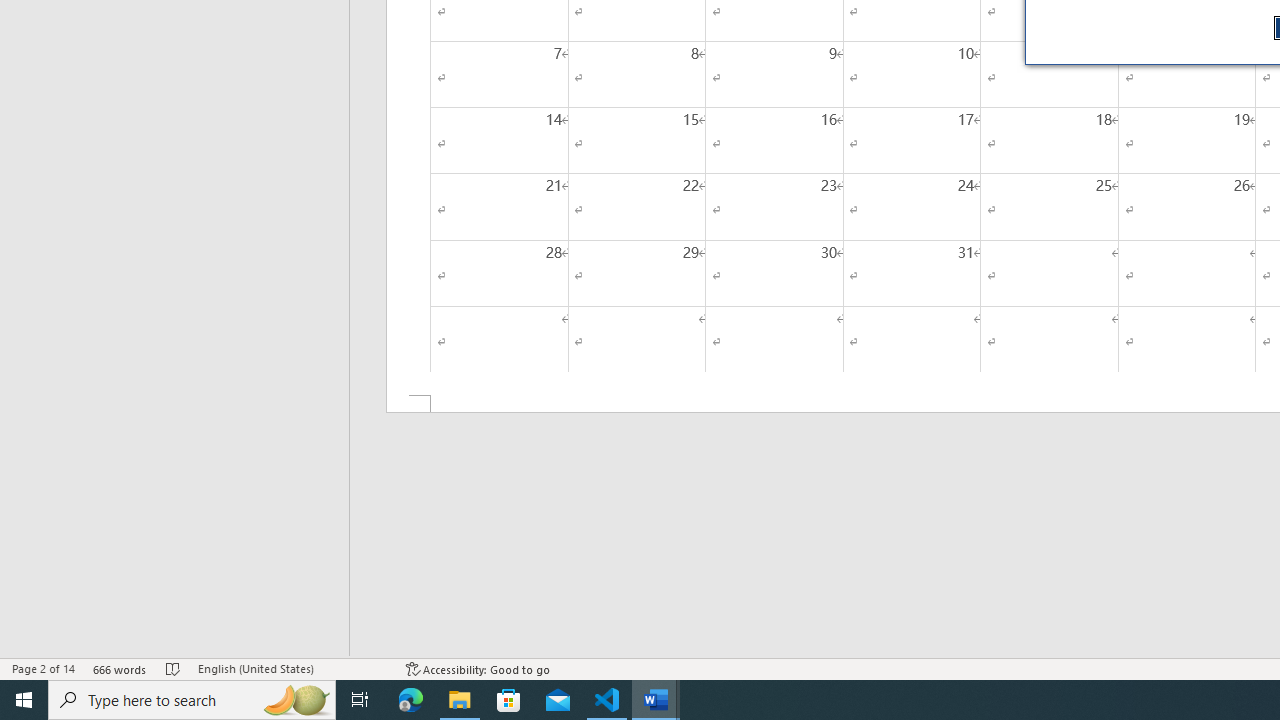 The height and width of the screenshot is (720, 1280). Describe the element at coordinates (291, 669) in the screenshot. I see `'Language English (United States)'` at that location.